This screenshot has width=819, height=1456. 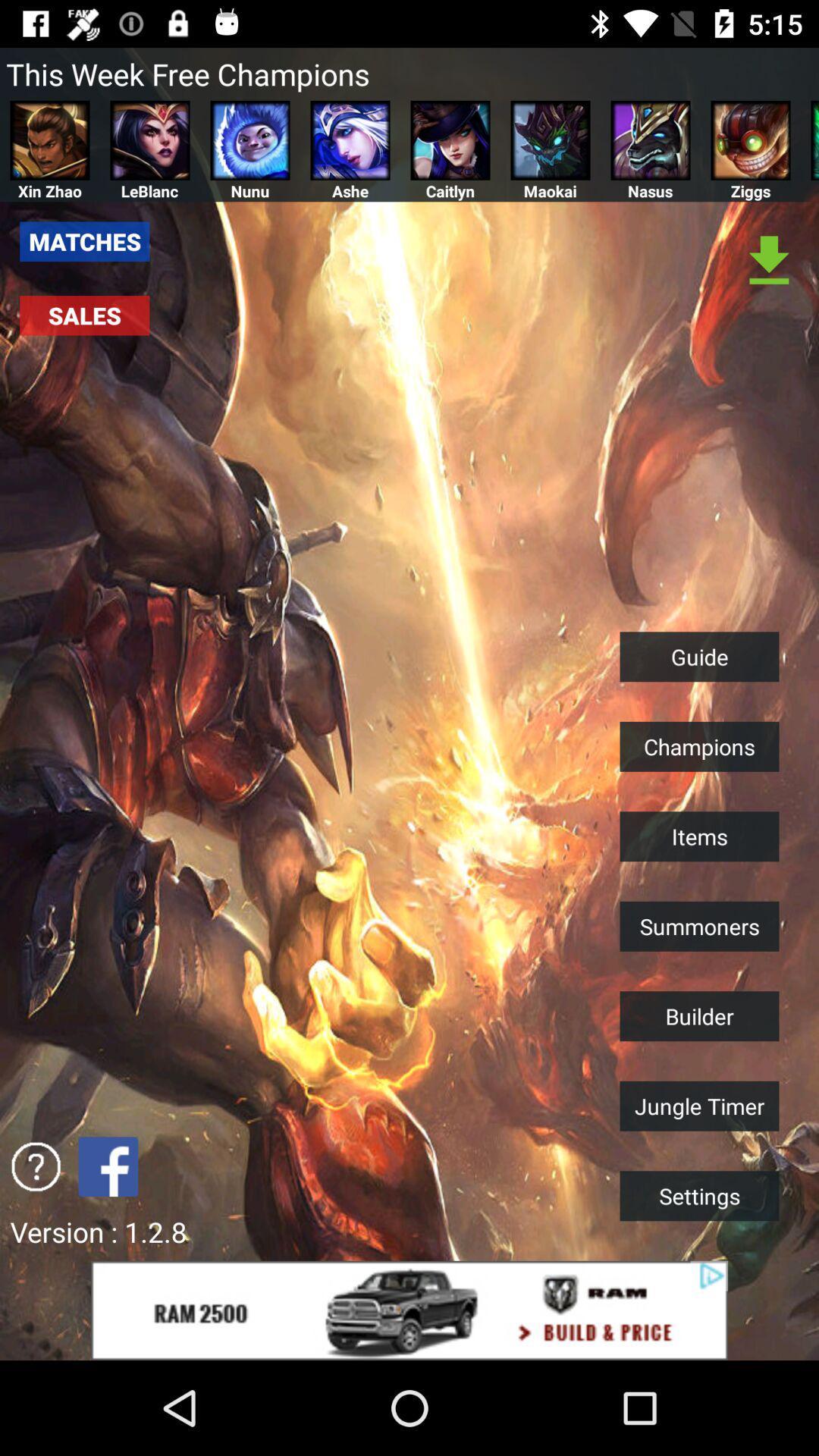 What do you see at coordinates (769, 262) in the screenshot?
I see `the file_download icon` at bounding box center [769, 262].